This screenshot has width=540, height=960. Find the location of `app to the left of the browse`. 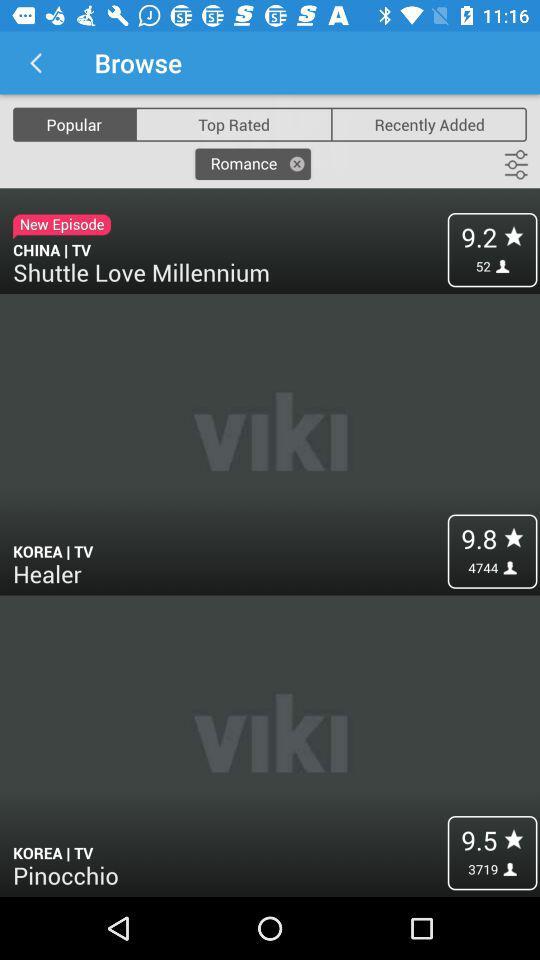

app to the left of the browse is located at coordinates (36, 62).